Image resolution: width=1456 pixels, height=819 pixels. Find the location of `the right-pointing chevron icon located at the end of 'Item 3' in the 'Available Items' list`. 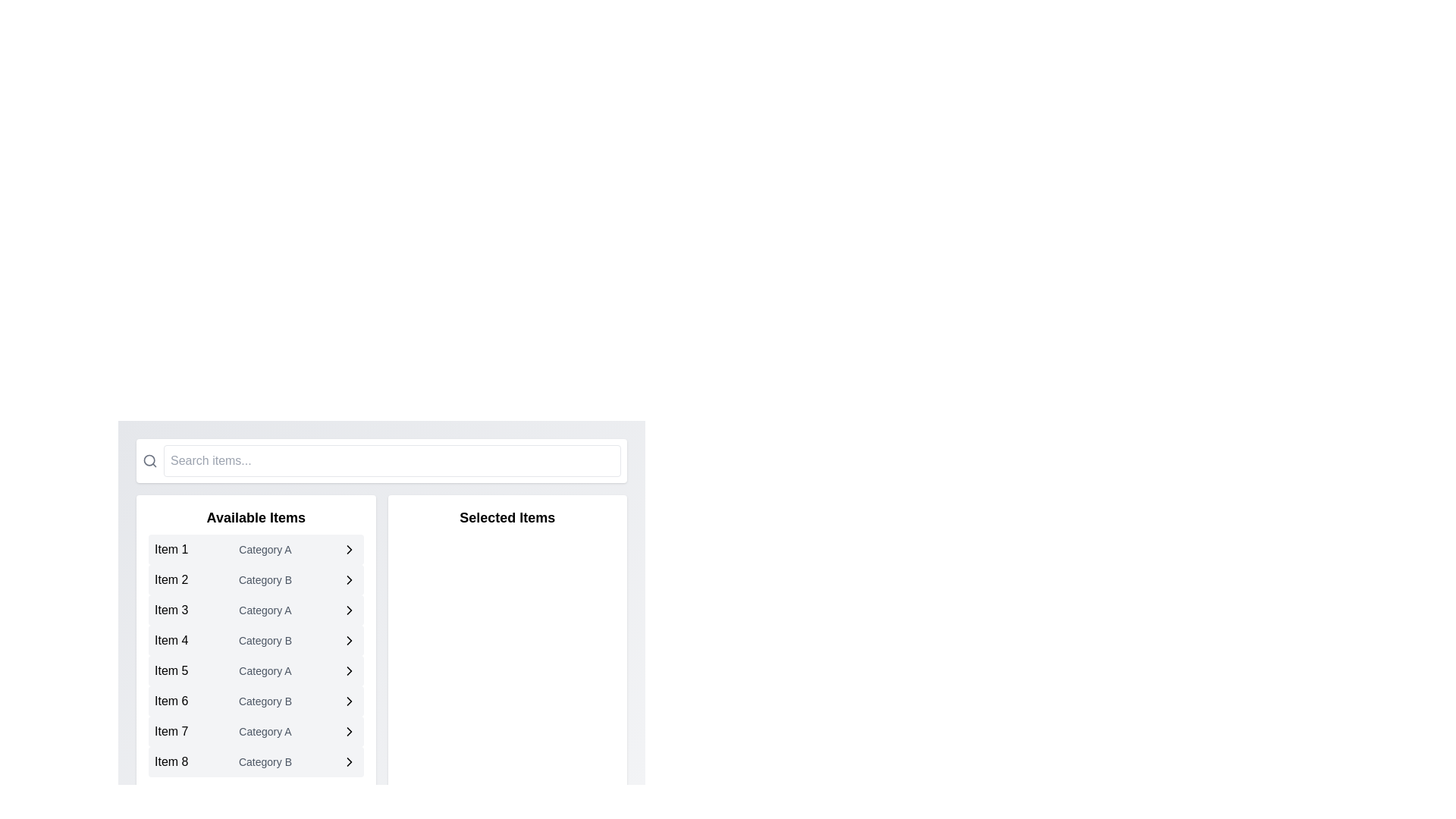

the right-pointing chevron icon located at the end of 'Item 3' in the 'Available Items' list is located at coordinates (349, 610).